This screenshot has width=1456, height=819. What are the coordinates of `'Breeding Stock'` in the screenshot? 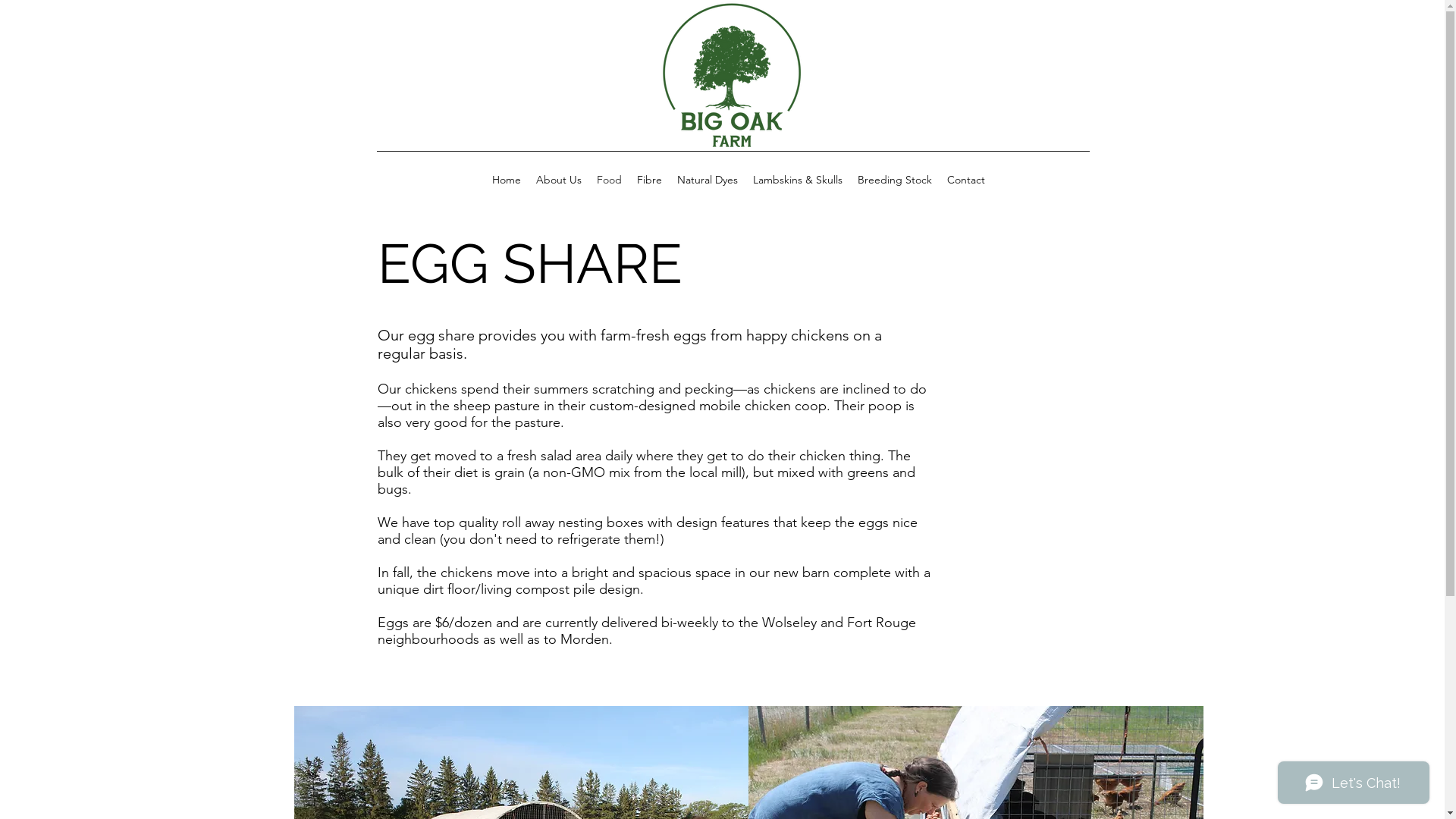 It's located at (894, 178).